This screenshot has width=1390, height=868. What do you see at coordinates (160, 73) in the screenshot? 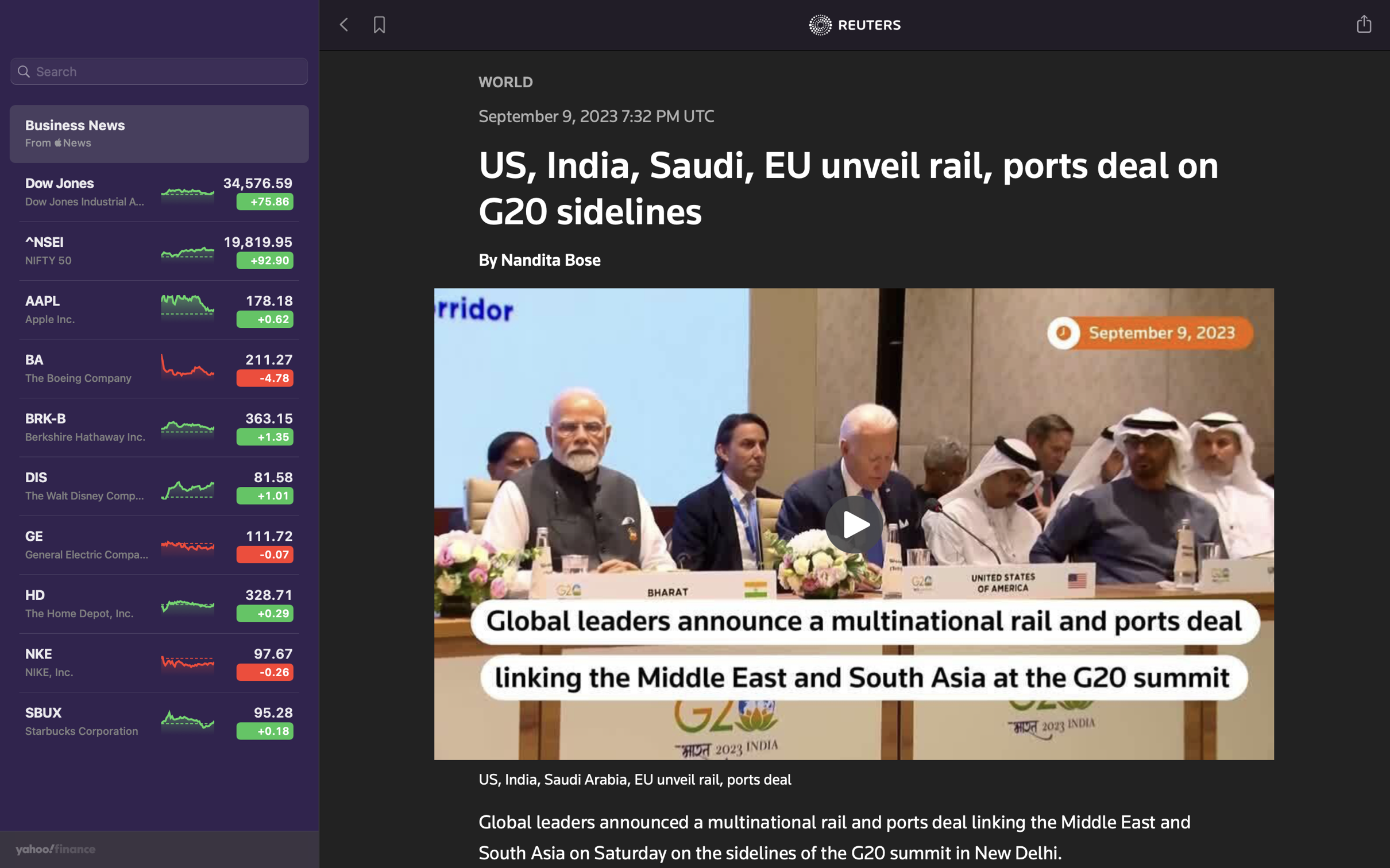
I see `Look up the latest updates on Dow Jones` at bounding box center [160, 73].